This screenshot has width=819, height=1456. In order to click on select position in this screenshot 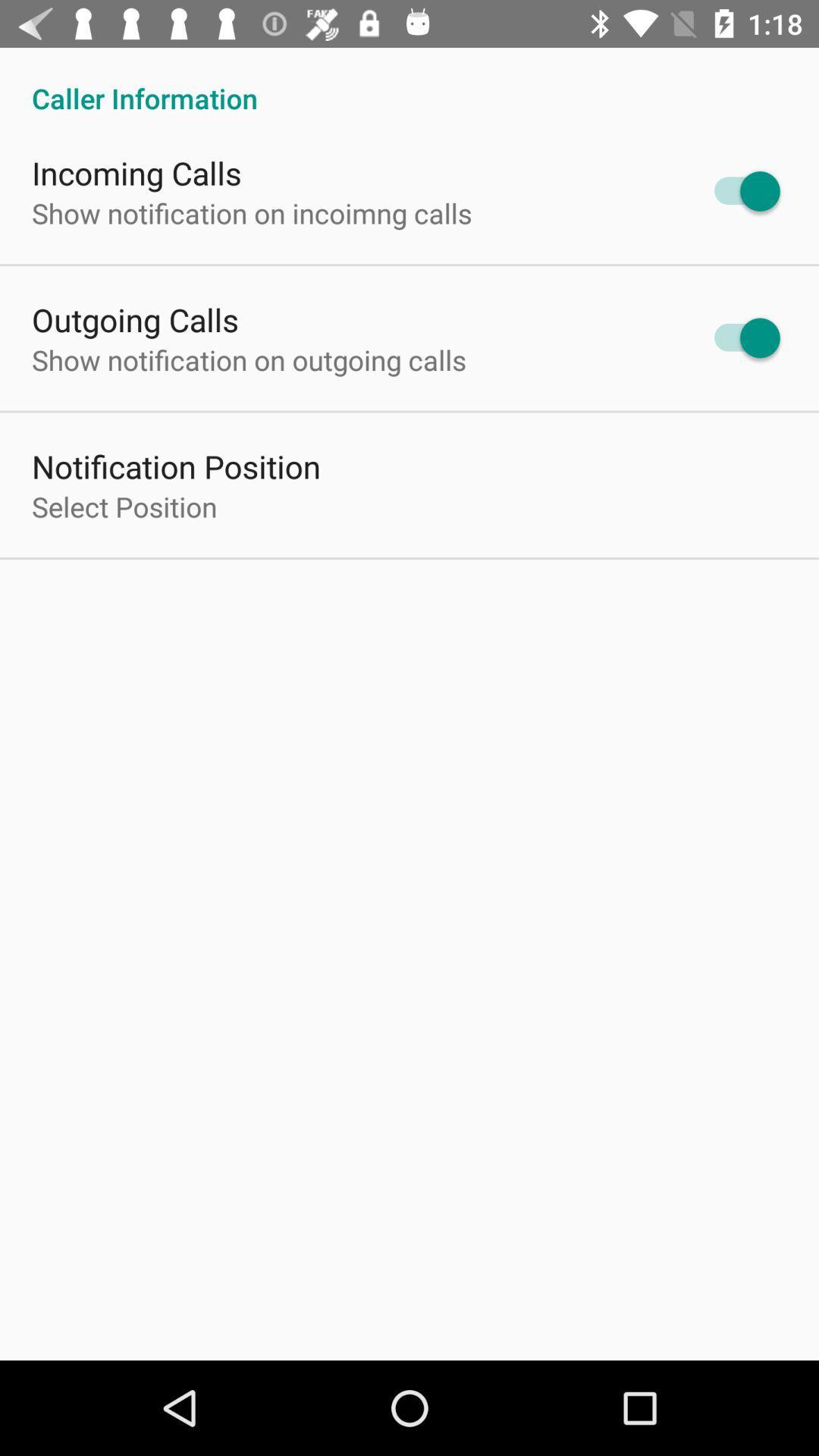, I will do `click(124, 507)`.